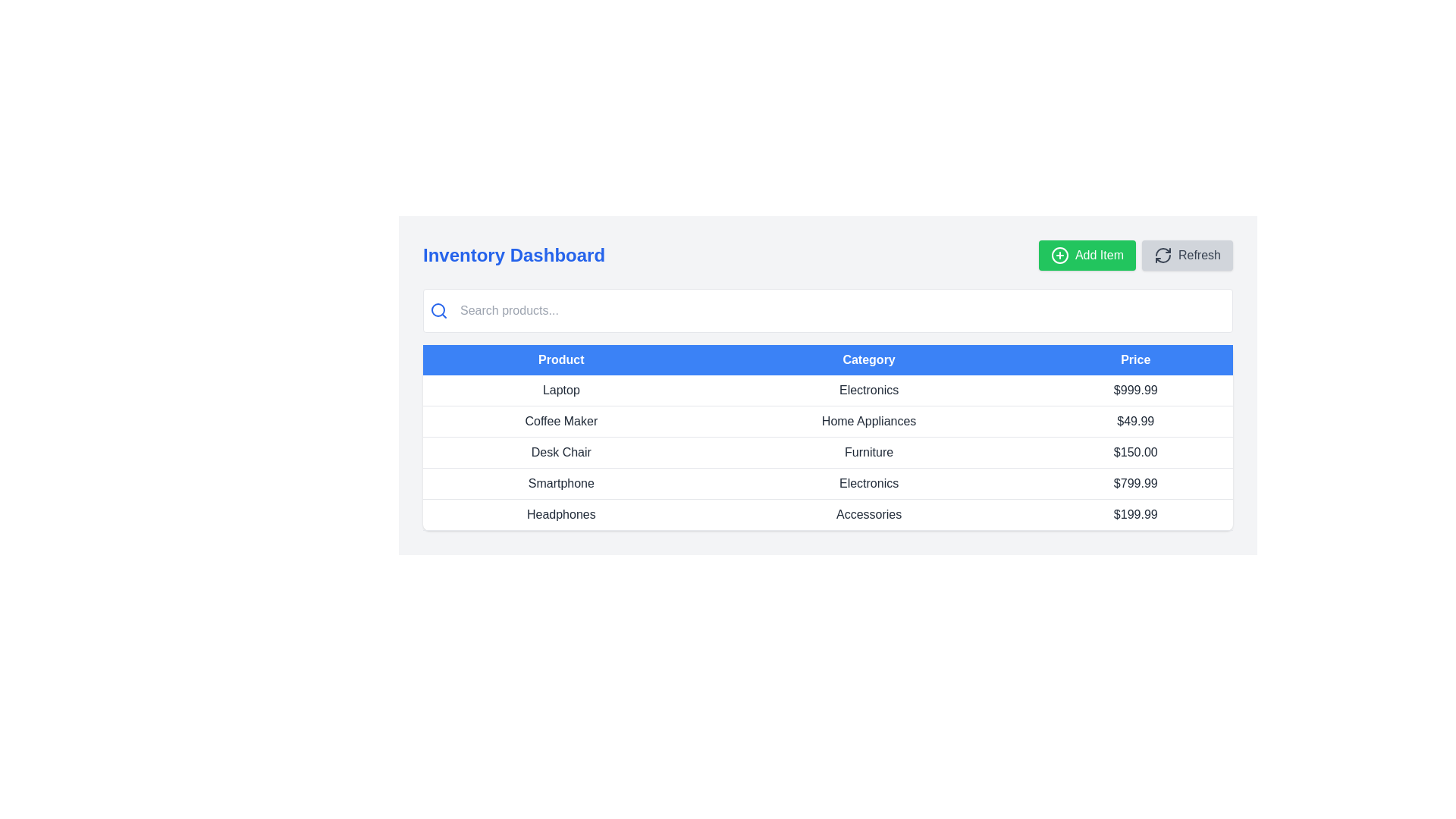 The image size is (1456, 819). I want to click on the green rectangular button labeled 'Add Item' located on the top-right section of the interface, so click(1086, 254).